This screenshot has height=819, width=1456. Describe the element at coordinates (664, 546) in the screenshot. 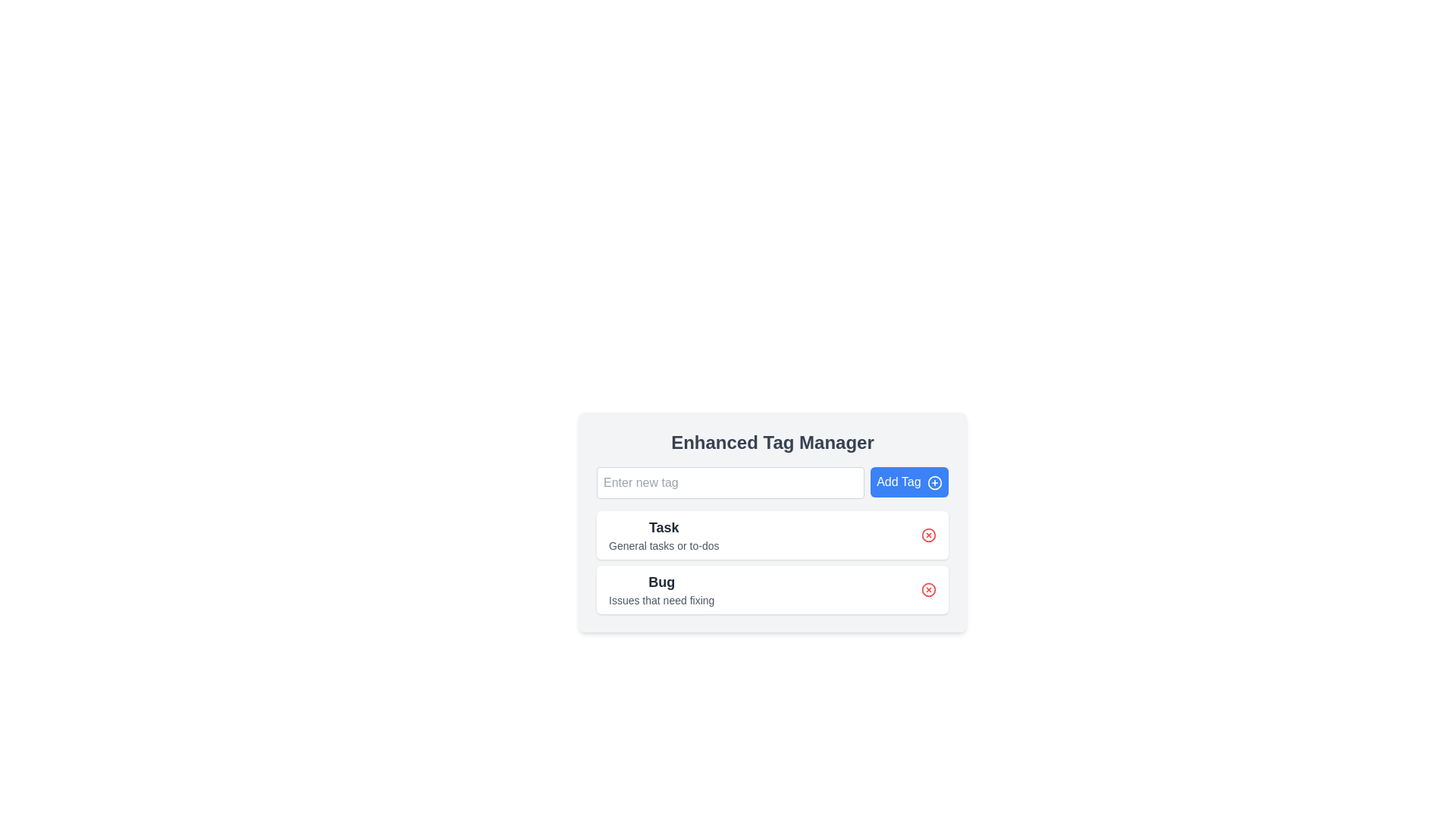

I see `the descriptive text element located directly under the 'Task' heading, which provides context about the task entry` at that location.